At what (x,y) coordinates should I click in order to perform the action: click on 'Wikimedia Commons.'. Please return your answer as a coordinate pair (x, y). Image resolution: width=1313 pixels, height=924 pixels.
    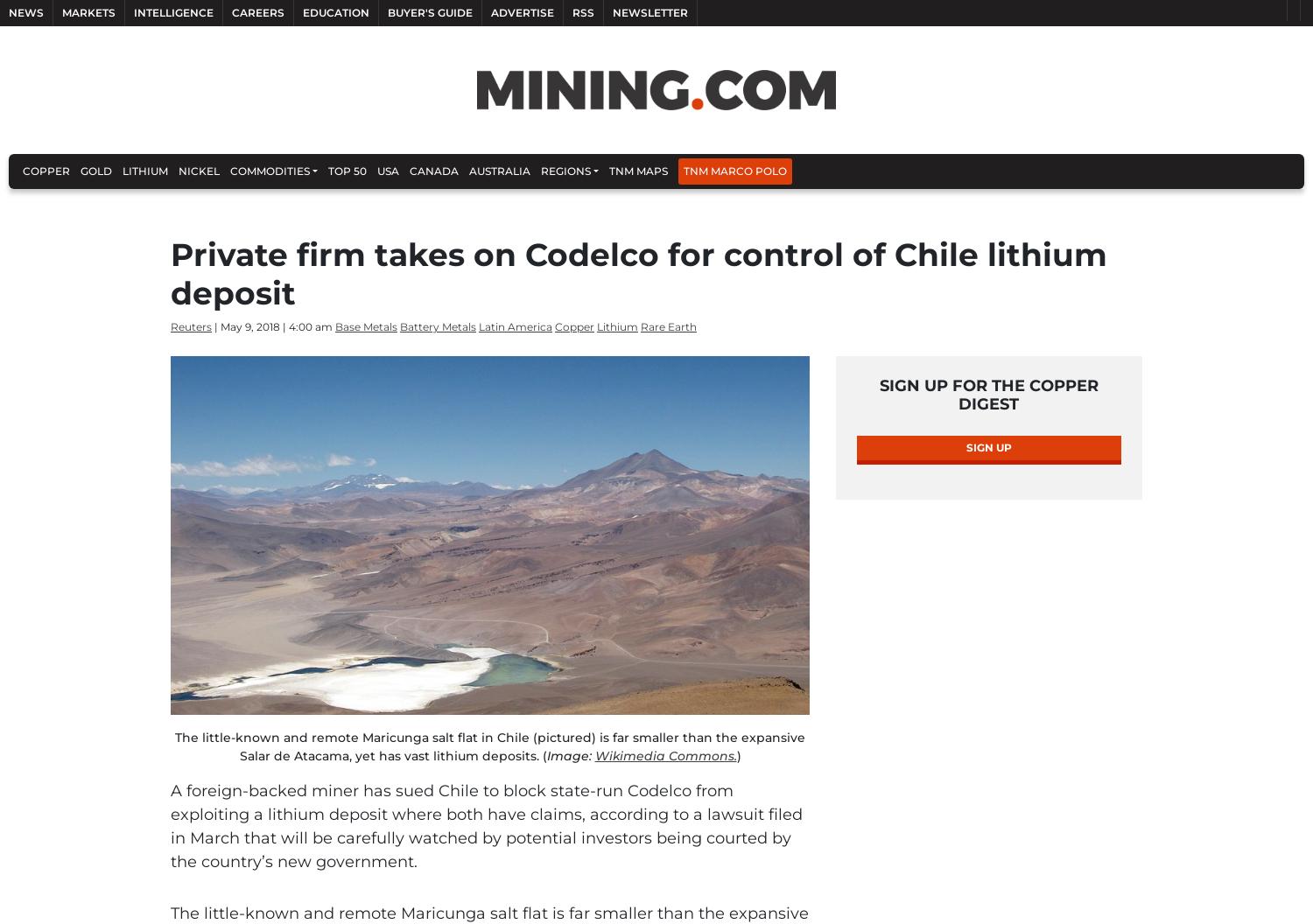
    Looking at the image, I should click on (665, 755).